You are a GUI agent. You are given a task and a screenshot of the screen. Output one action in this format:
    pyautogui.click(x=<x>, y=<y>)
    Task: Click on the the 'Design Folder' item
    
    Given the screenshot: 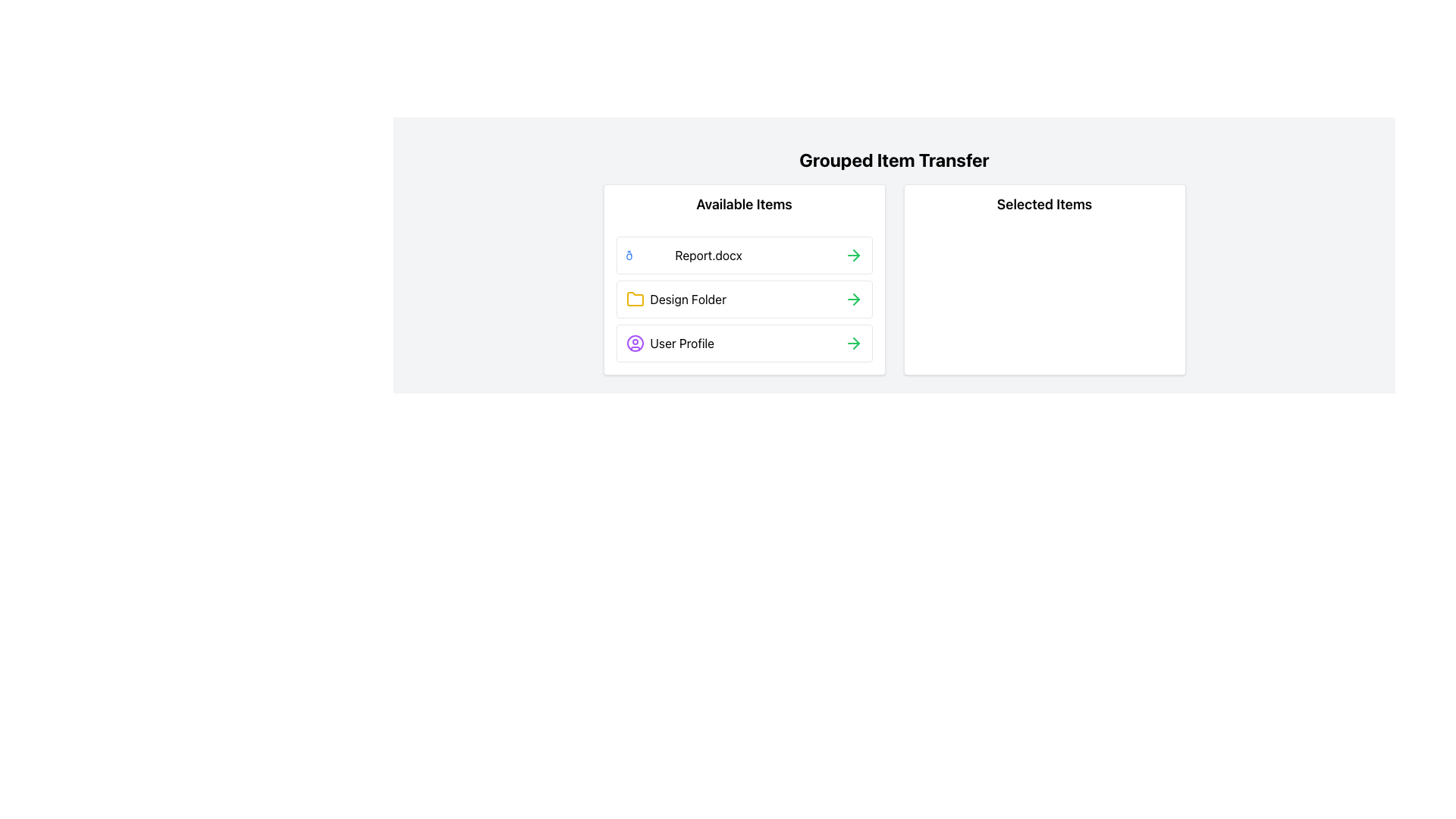 What is the action you would take?
    pyautogui.click(x=675, y=299)
    